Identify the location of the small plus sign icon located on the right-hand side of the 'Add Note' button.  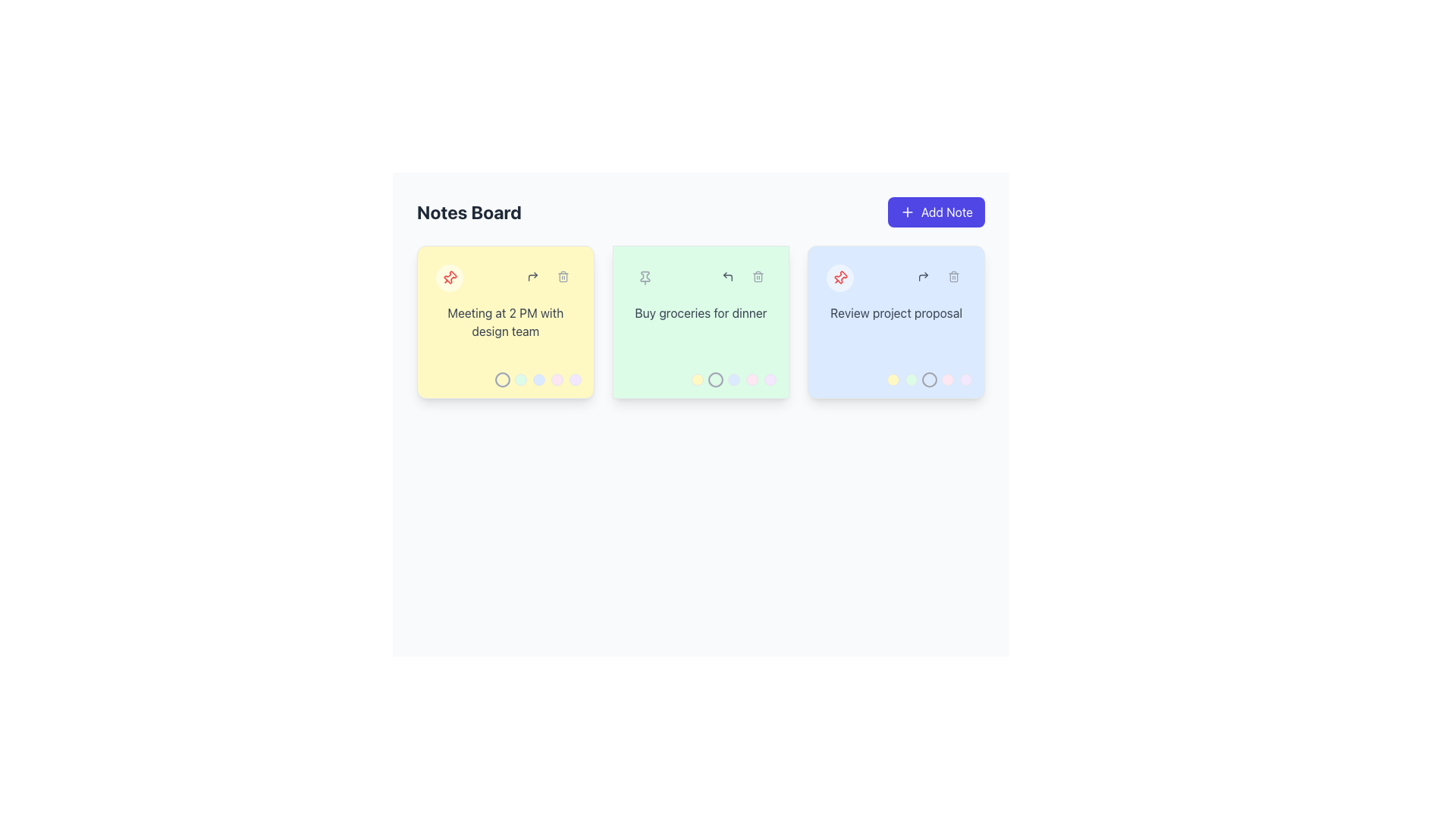
(907, 212).